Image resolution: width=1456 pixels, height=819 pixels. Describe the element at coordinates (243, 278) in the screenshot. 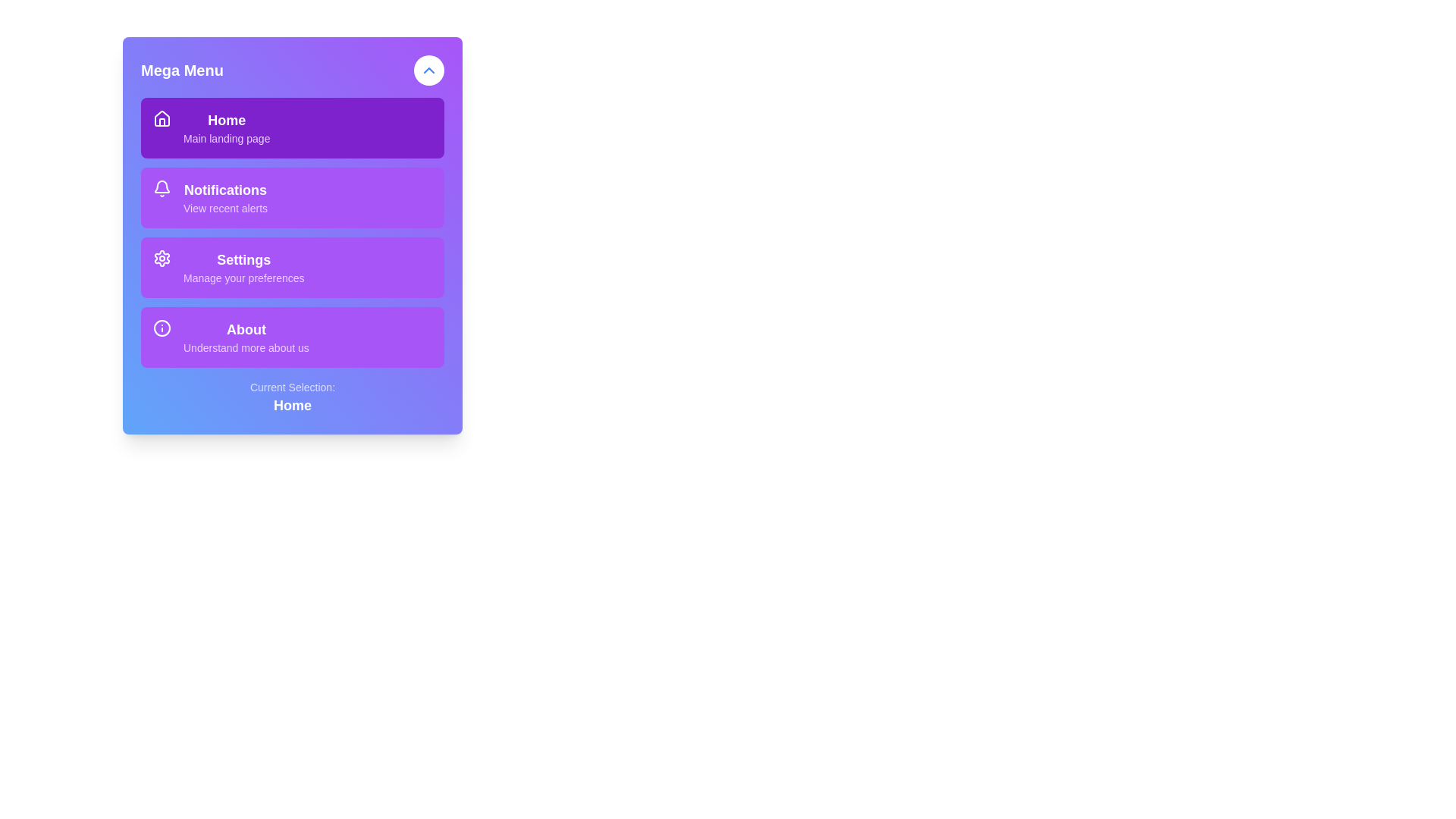

I see `the descriptive subtitle text located below the 'Settings' menu item in the vertical menu with a purple background` at that location.